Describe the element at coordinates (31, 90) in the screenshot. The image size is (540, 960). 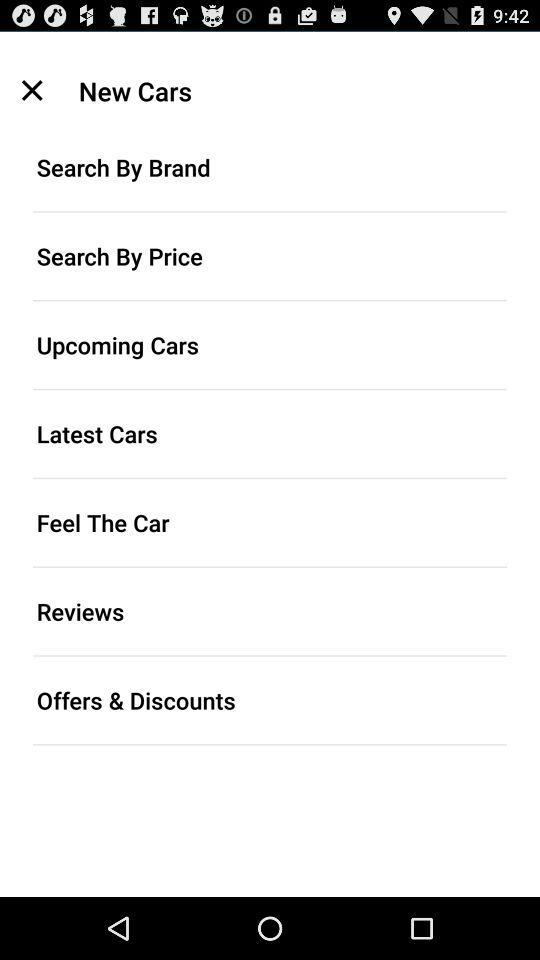
I see `the icon to the left of new cars` at that location.